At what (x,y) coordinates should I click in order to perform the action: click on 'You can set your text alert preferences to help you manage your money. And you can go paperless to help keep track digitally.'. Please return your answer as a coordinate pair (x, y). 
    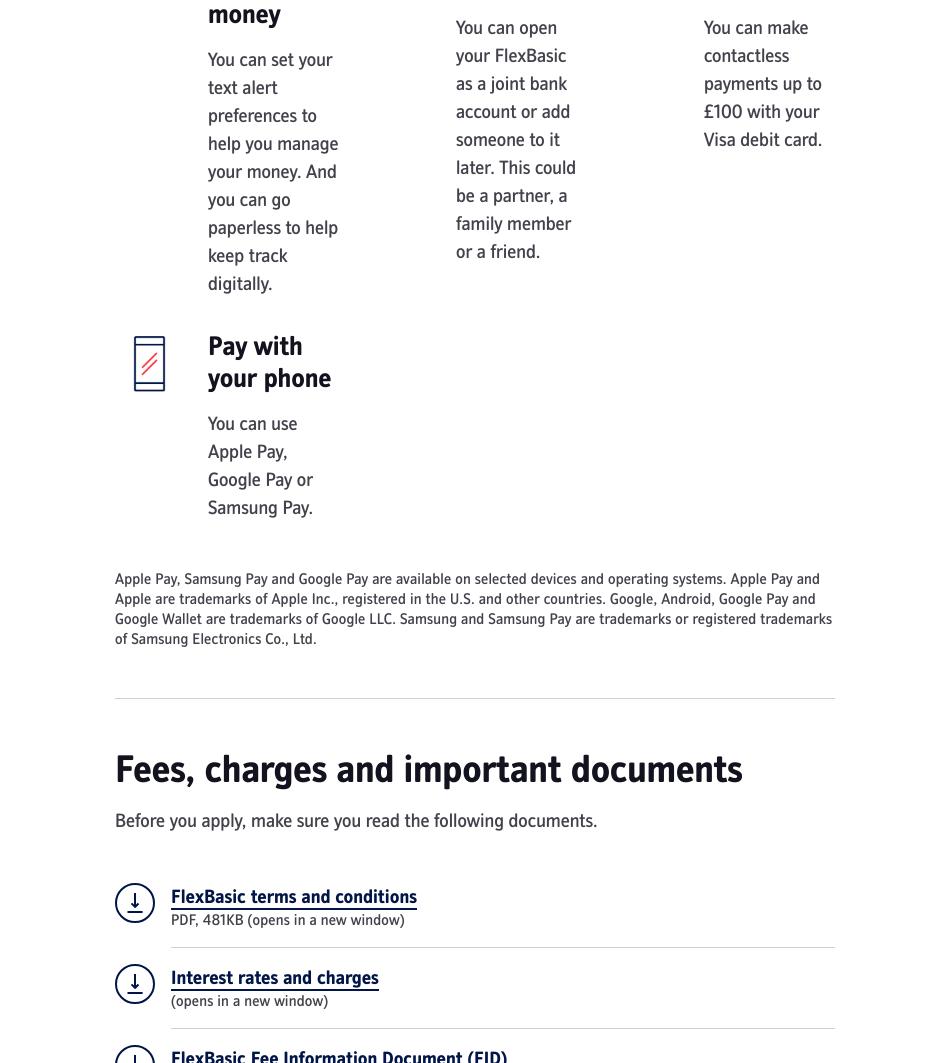
    Looking at the image, I should click on (272, 171).